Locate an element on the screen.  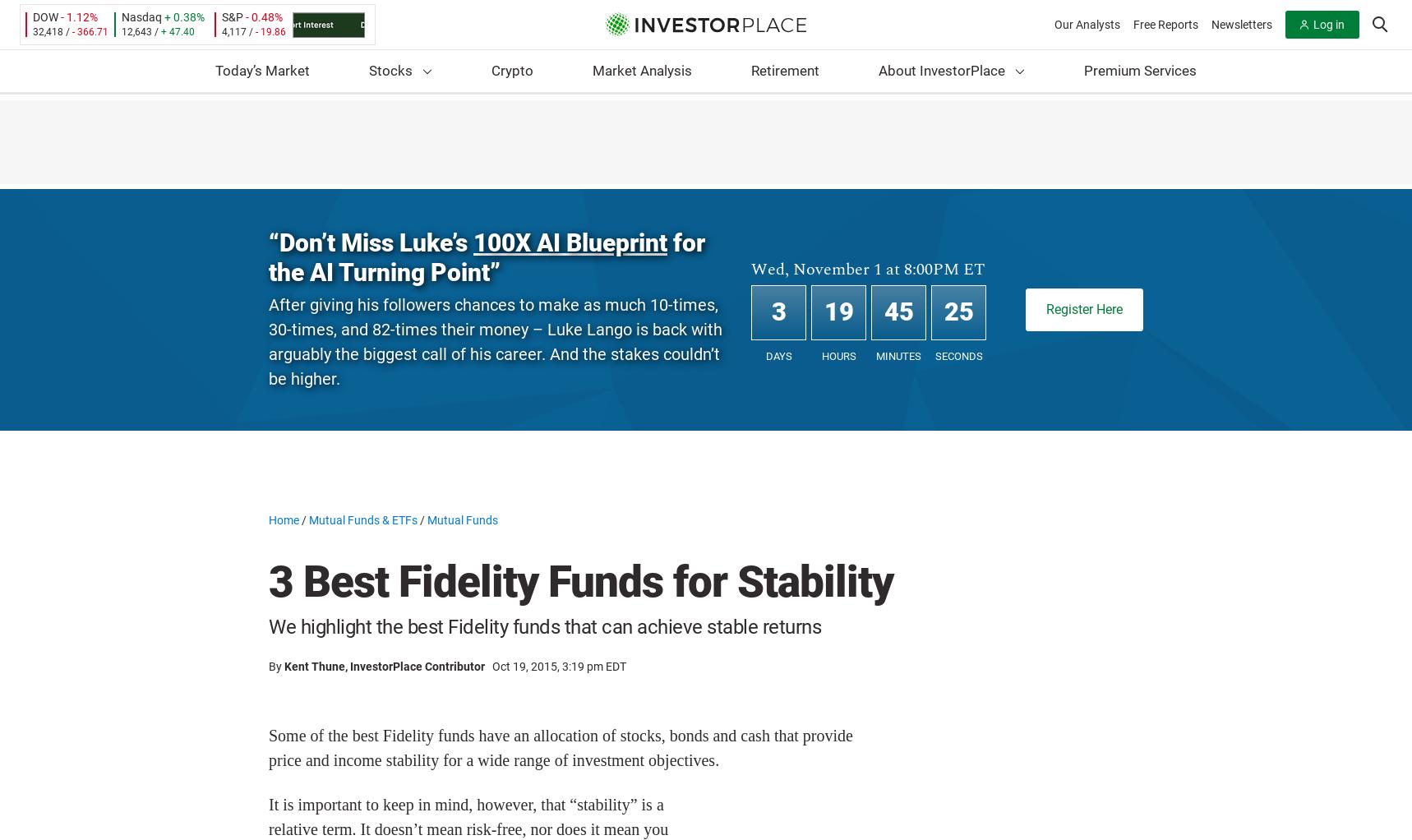
'Penny Stocks' is located at coordinates (667, 279).